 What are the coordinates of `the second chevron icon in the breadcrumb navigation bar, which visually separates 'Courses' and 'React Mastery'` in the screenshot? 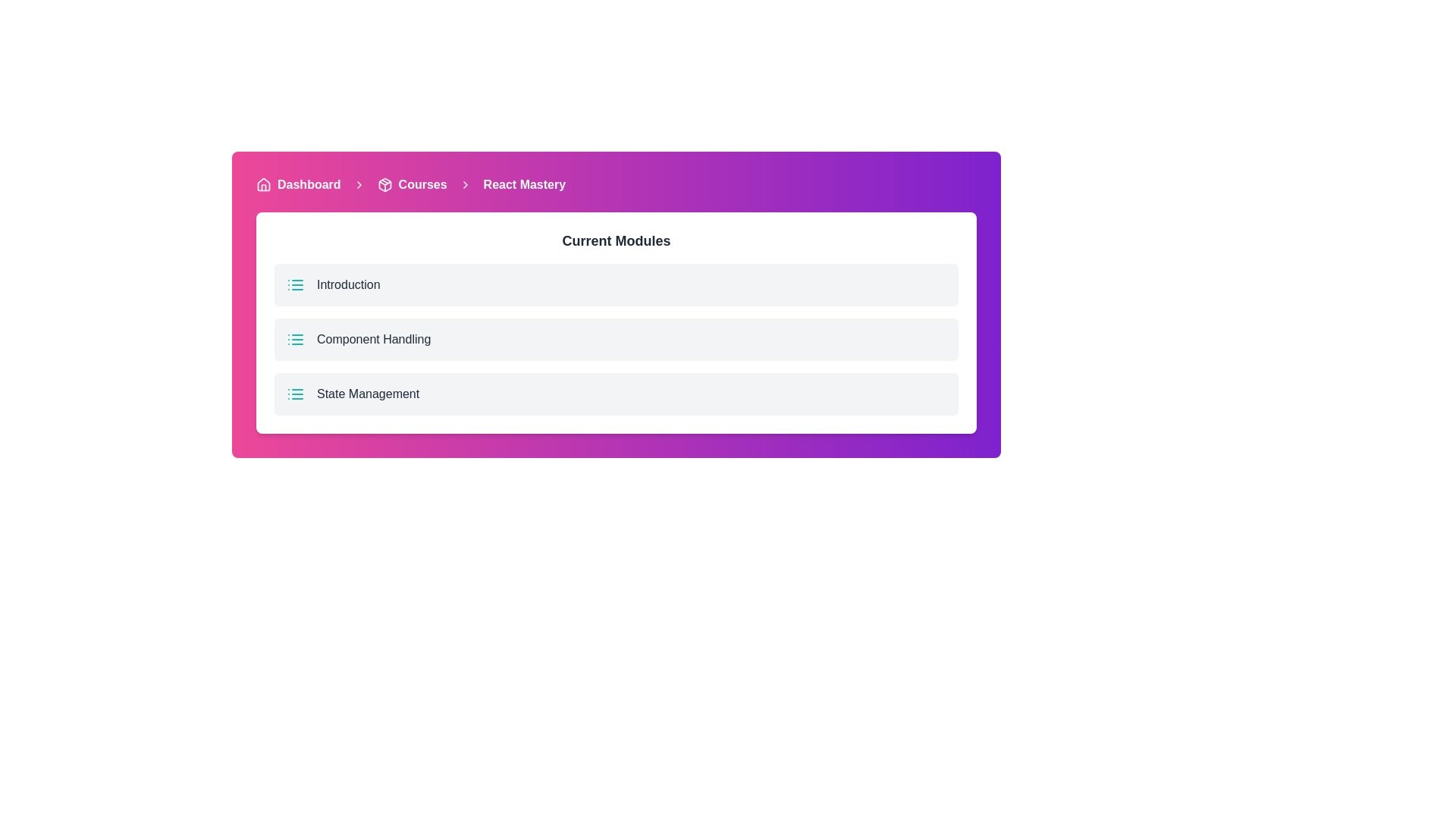 It's located at (464, 184).